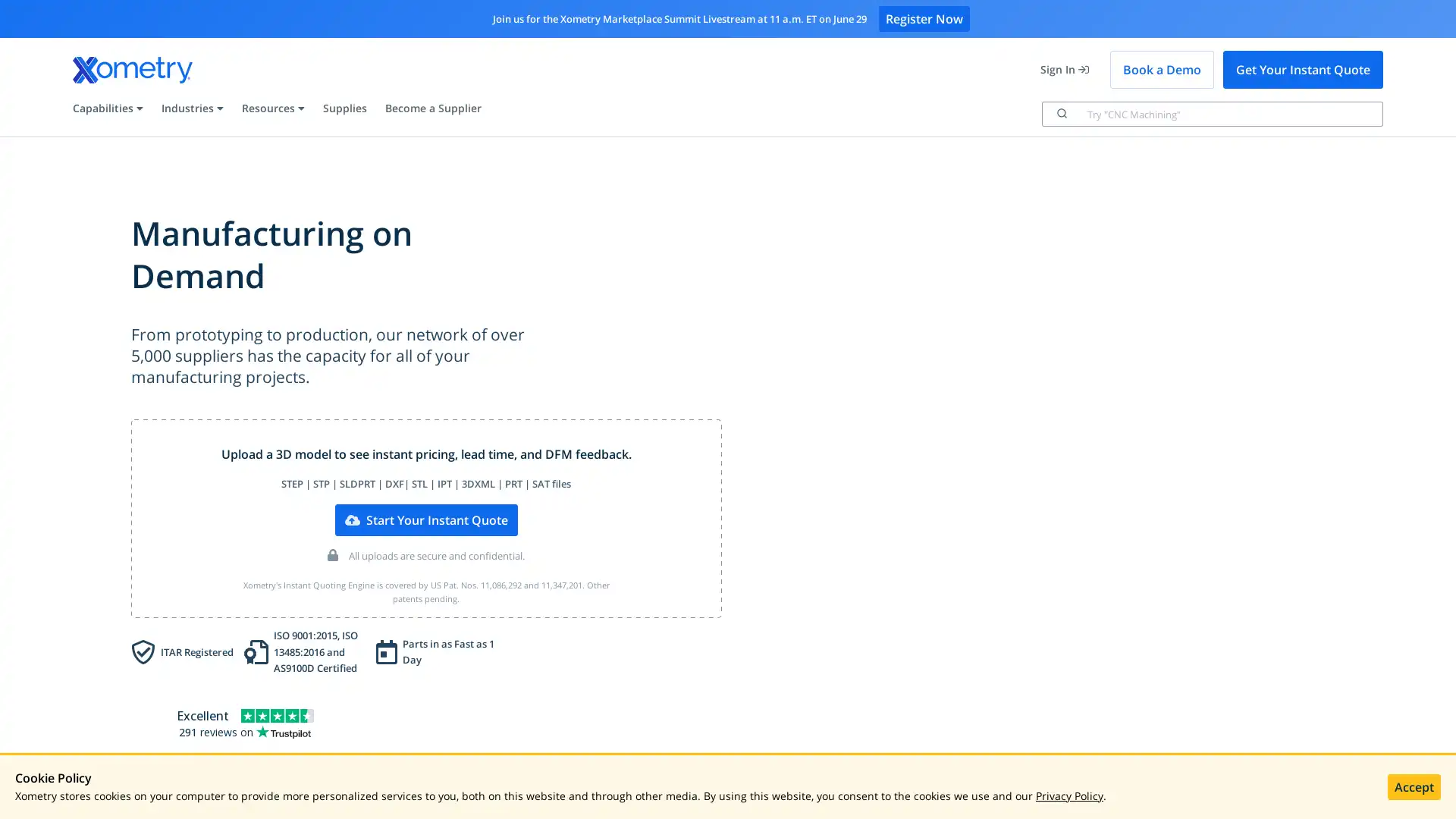 Image resolution: width=1456 pixels, height=819 pixels. I want to click on Accept, so click(1414, 786).